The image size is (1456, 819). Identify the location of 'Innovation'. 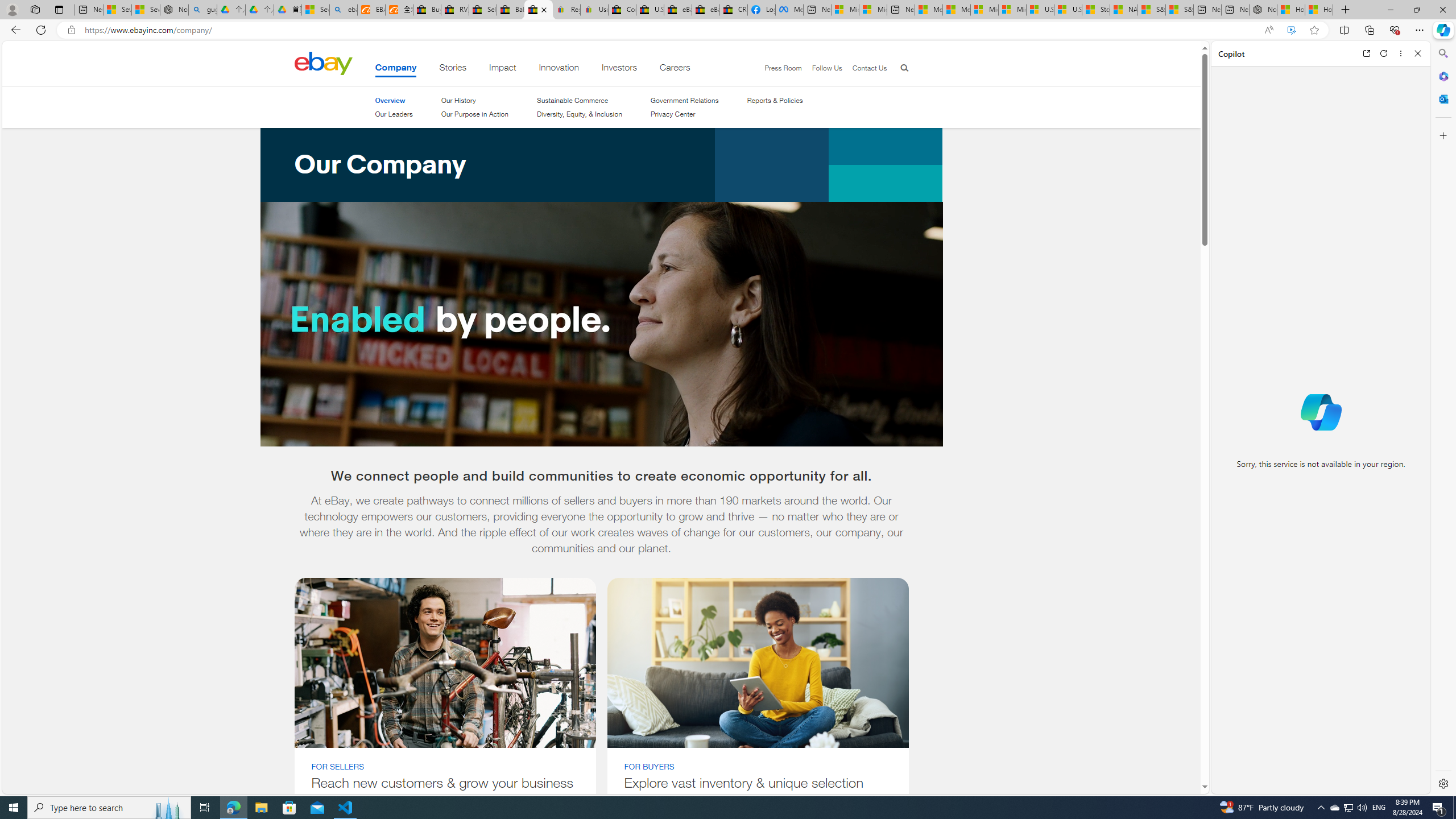
(559, 69).